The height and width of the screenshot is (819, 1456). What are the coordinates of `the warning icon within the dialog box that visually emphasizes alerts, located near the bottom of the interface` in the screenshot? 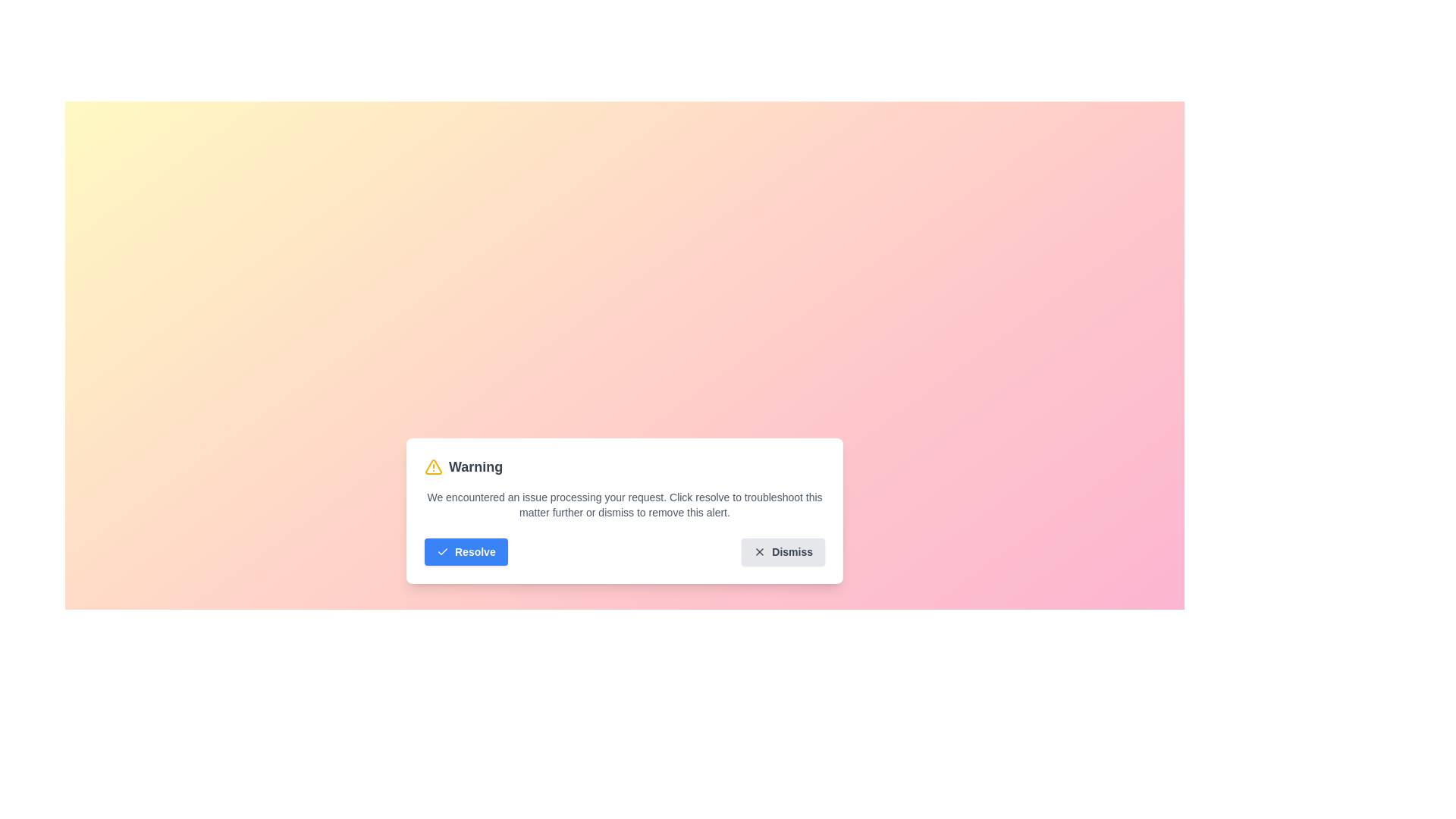 It's located at (432, 466).